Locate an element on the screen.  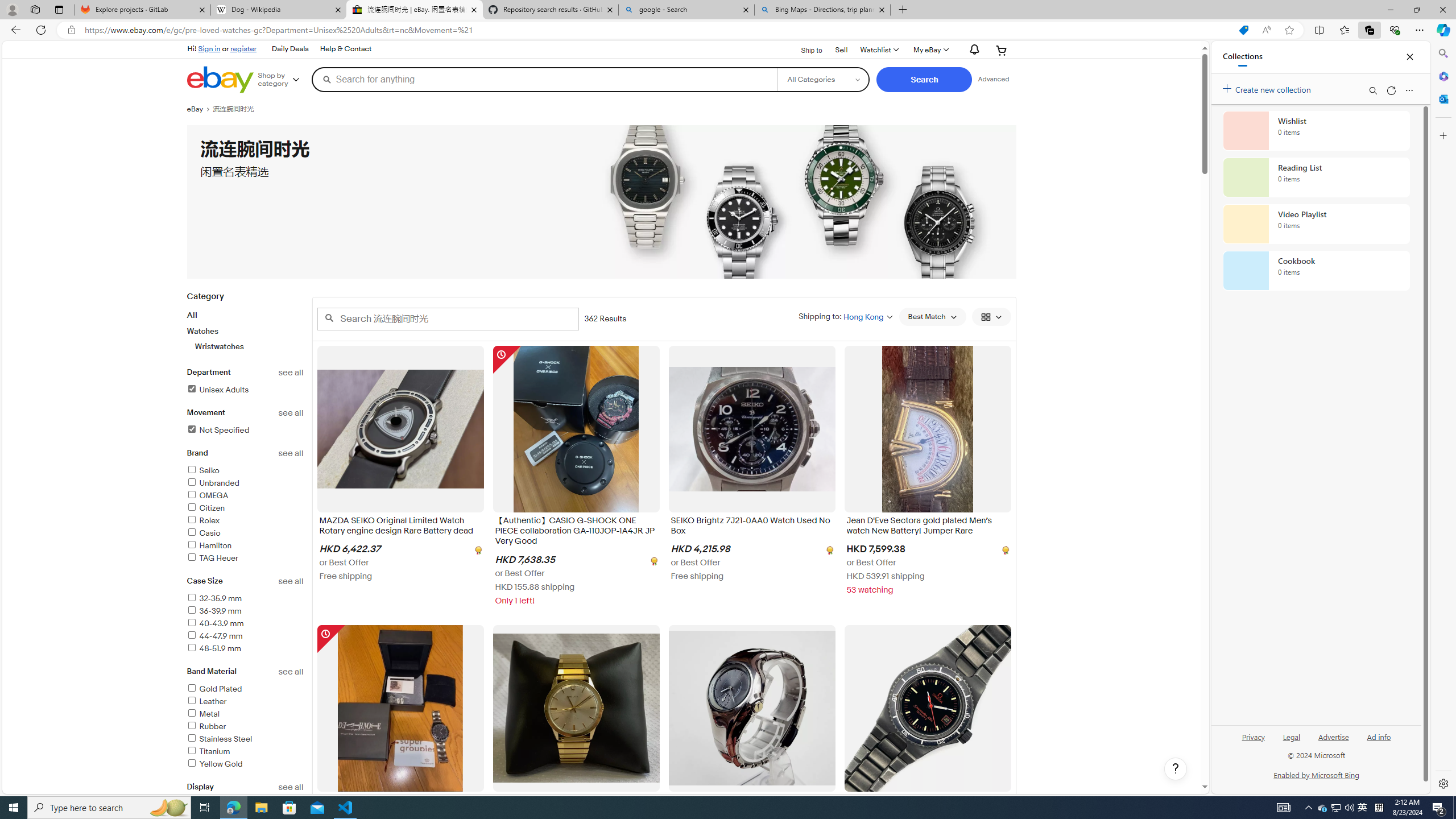
'Shop by category' is located at coordinates (283, 78).